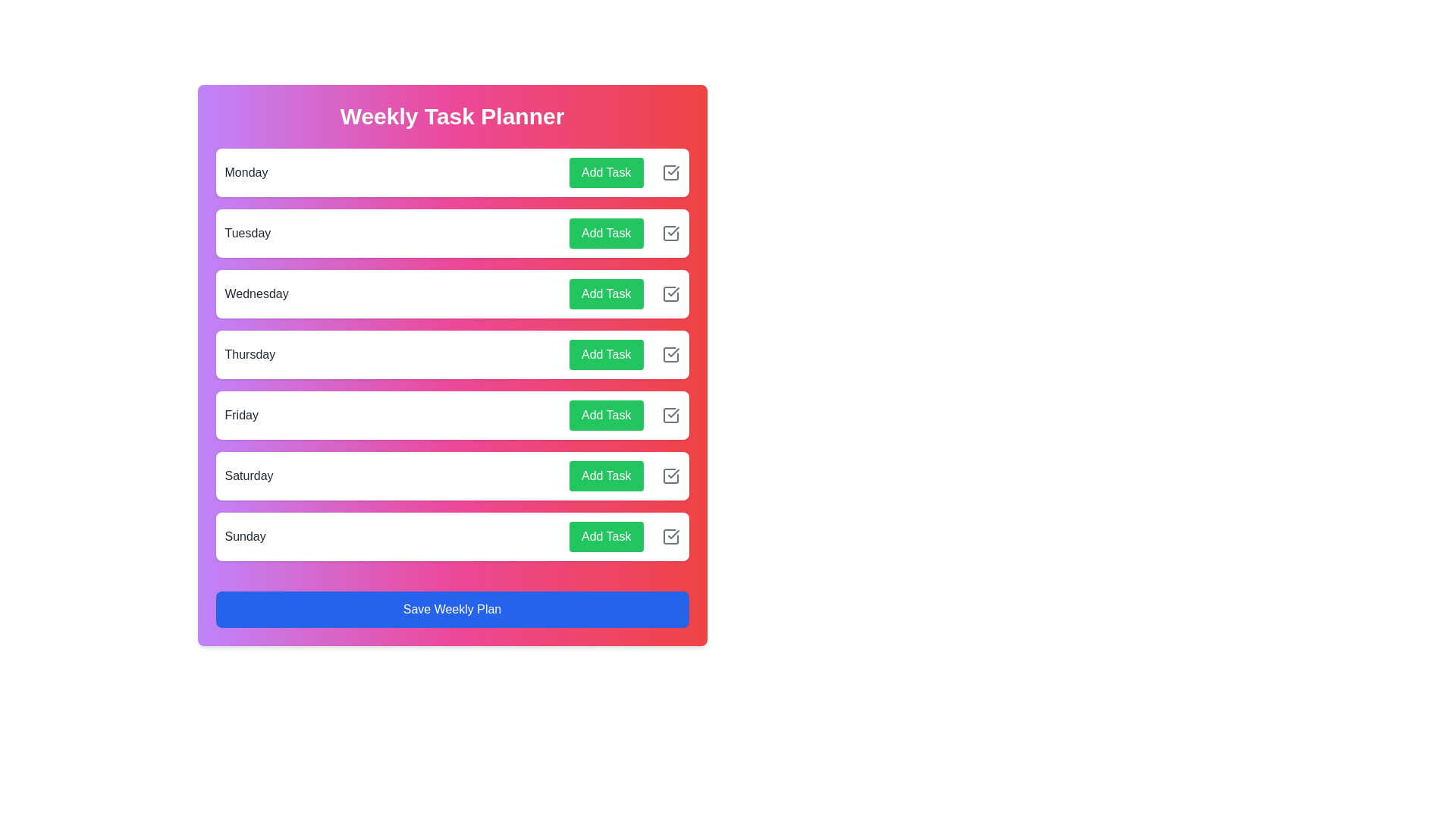 Image resolution: width=1456 pixels, height=819 pixels. I want to click on the 'Add Task' button for Wednesday, so click(605, 294).